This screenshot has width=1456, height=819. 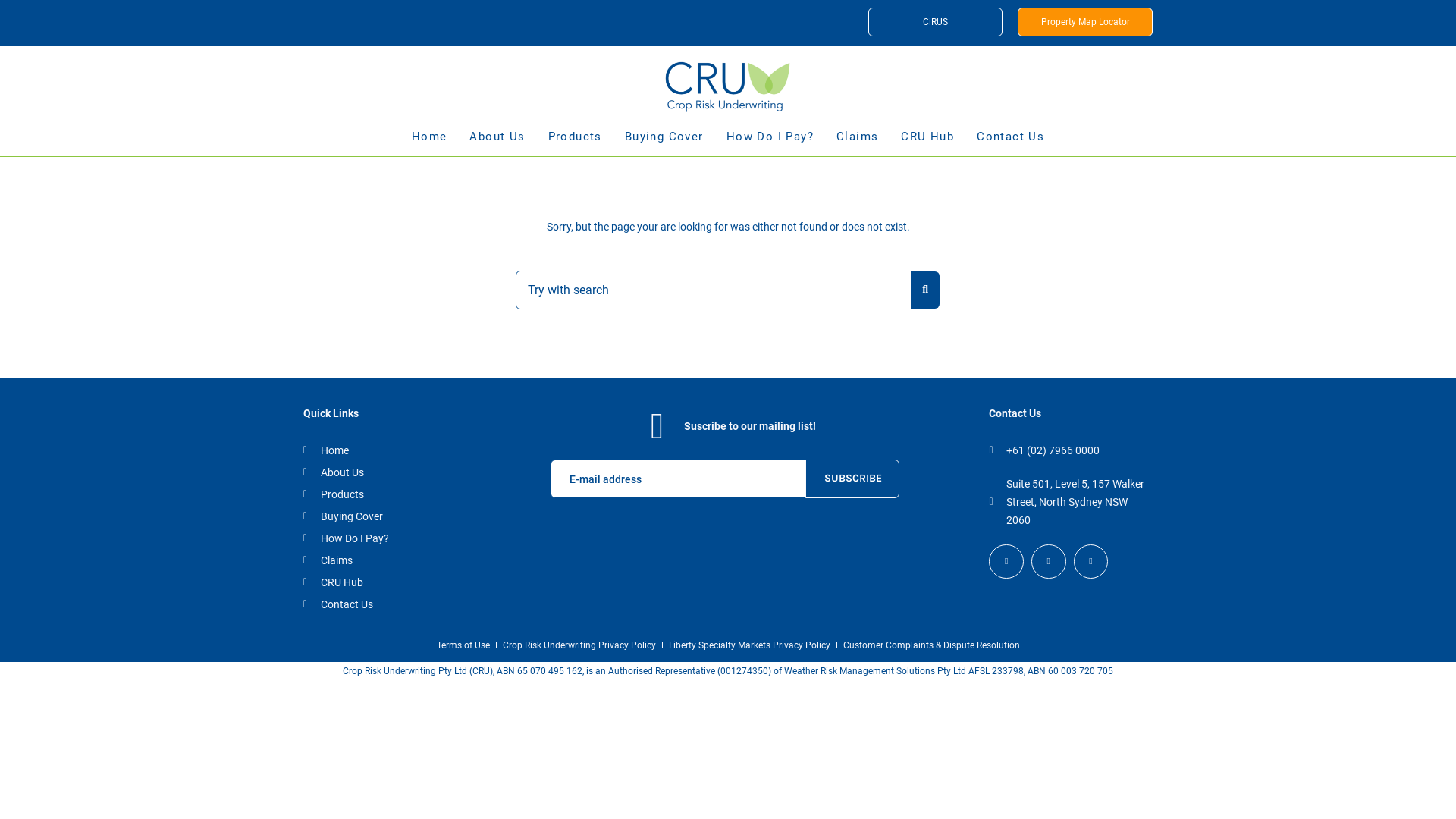 What do you see at coordinates (989, 450) in the screenshot?
I see `'+61 (02) 7966 0000'` at bounding box center [989, 450].